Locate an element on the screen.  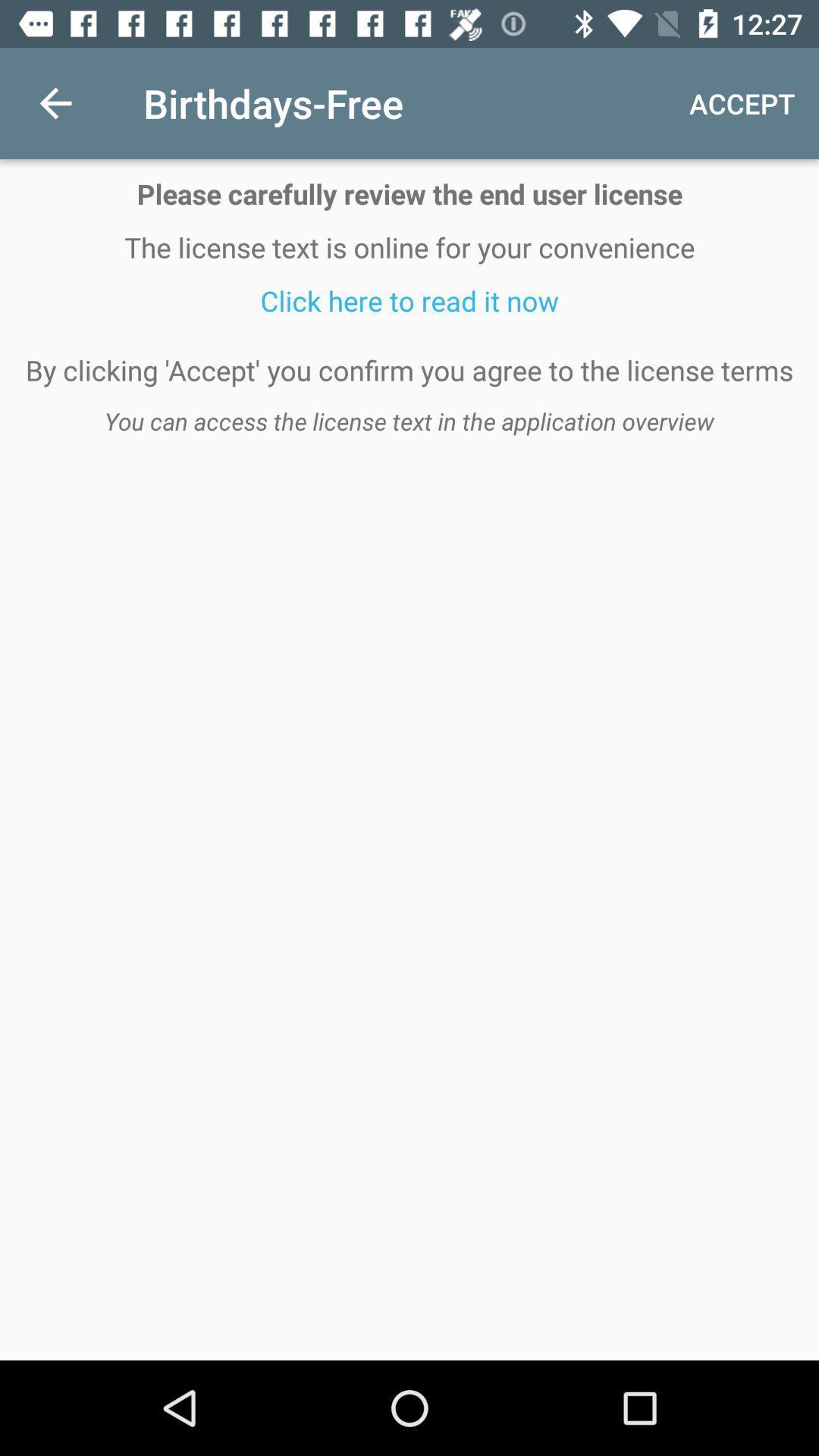
icon next to birthdays-free item is located at coordinates (55, 102).